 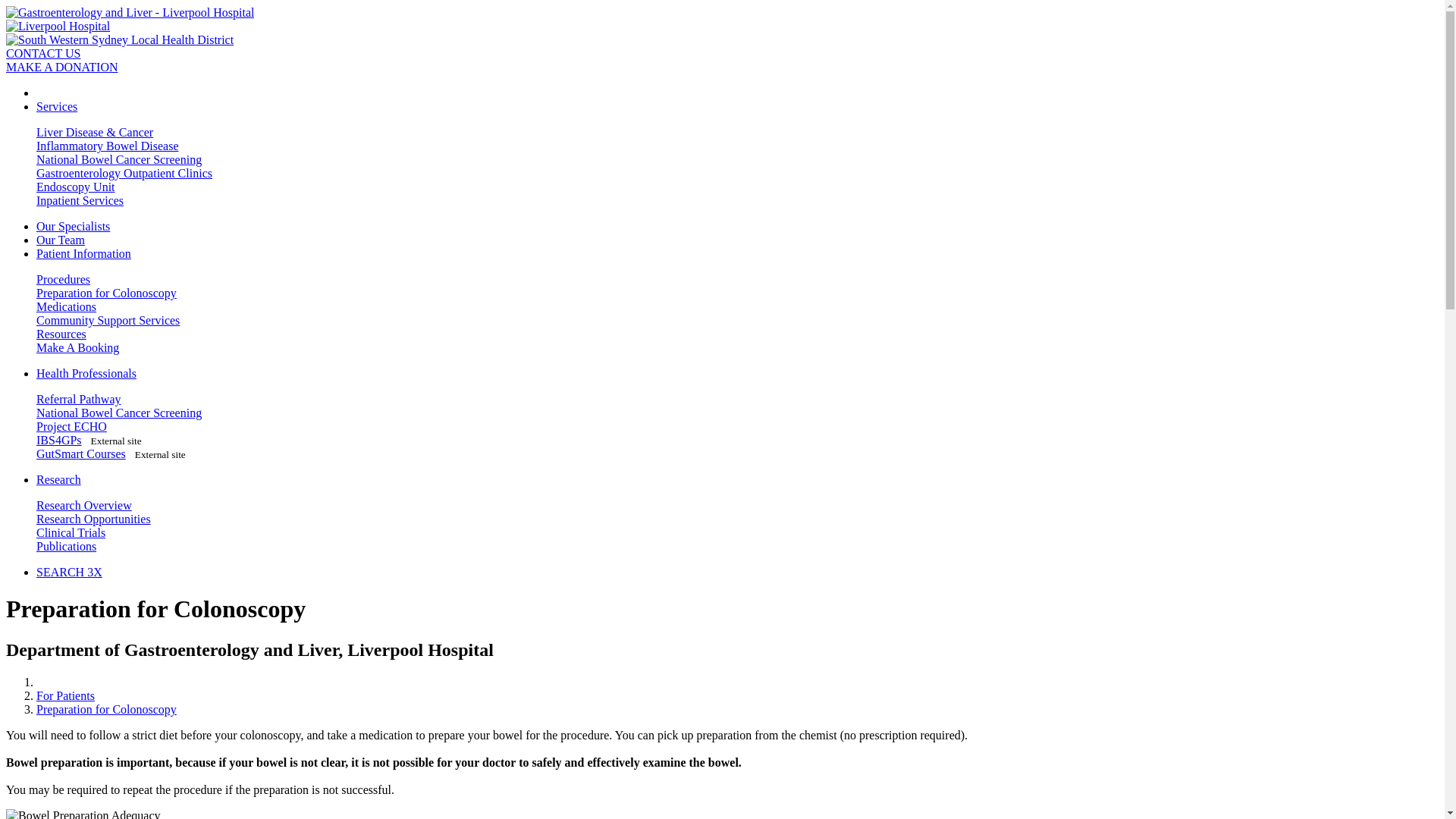 What do you see at coordinates (93, 518) in the screenshot?
I see `'Research Opportunities'` at bounding box center [93, 518].